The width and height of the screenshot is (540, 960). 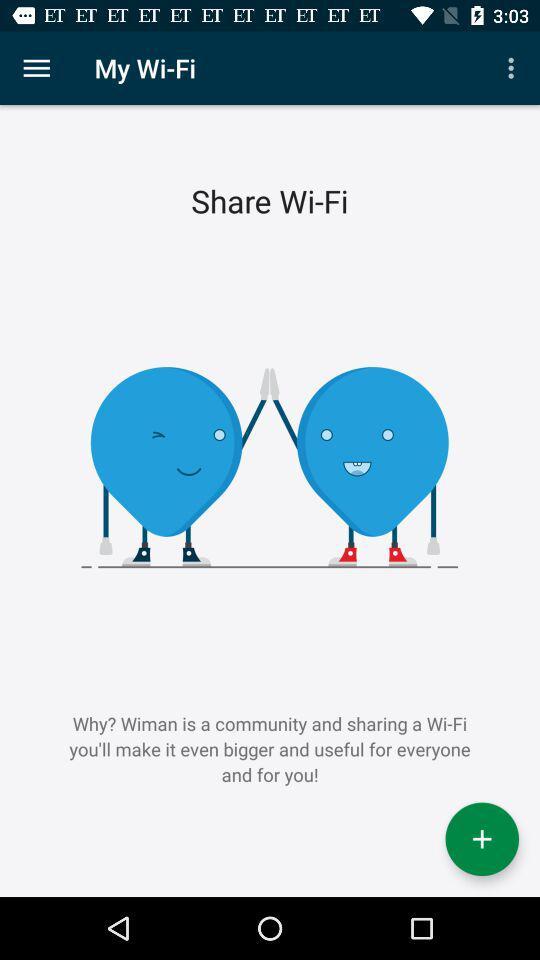 What do you see at coordinates (36, 68) in the screenshot?
I see `open the menu` at bounding box center [36, 68].